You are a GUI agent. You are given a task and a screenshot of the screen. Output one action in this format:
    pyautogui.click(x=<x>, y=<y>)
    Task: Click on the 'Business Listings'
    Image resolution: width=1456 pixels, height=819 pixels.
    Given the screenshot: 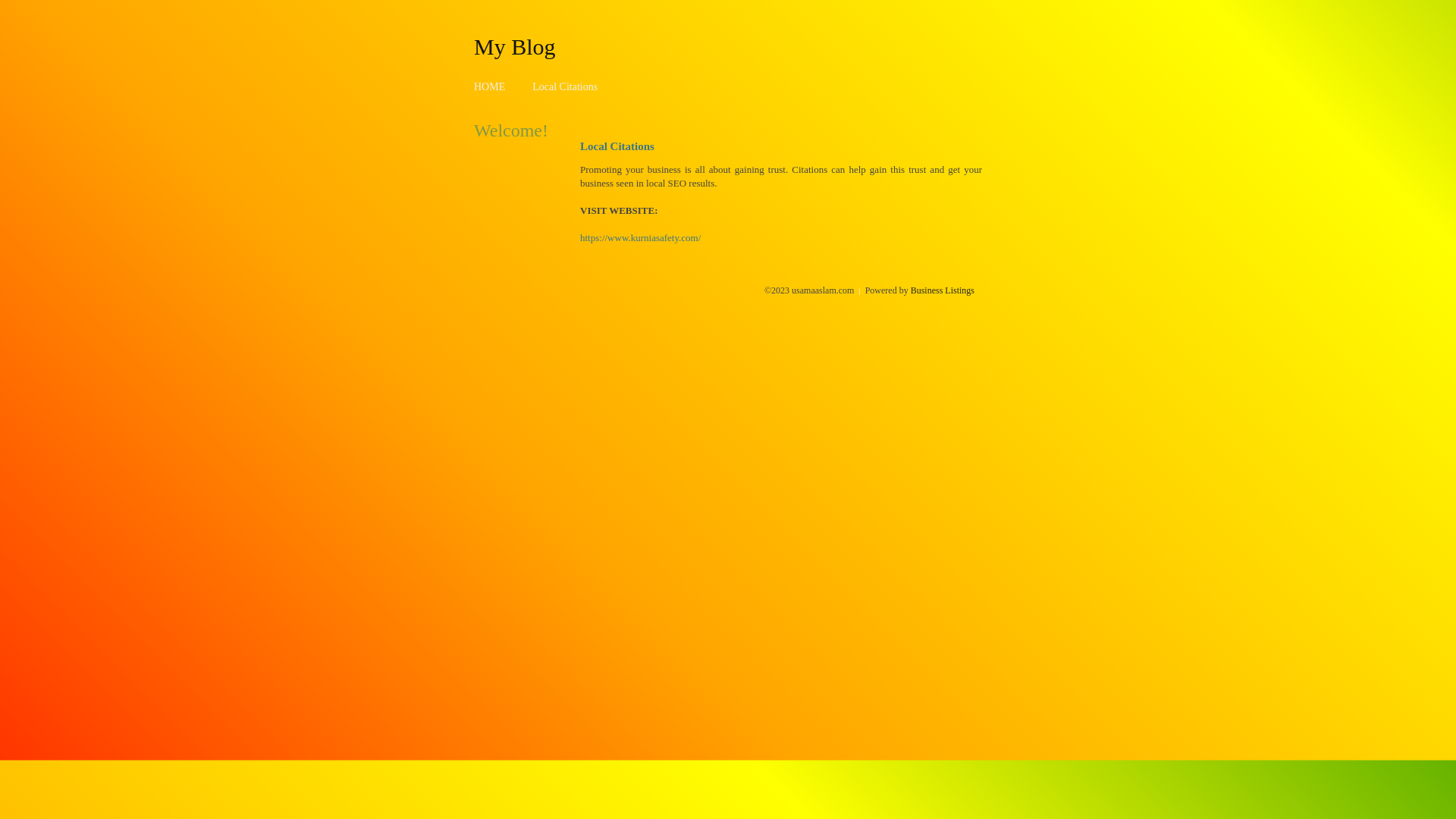 What is the action you would take?
    pyautogui.click(x=942, y=290)
    